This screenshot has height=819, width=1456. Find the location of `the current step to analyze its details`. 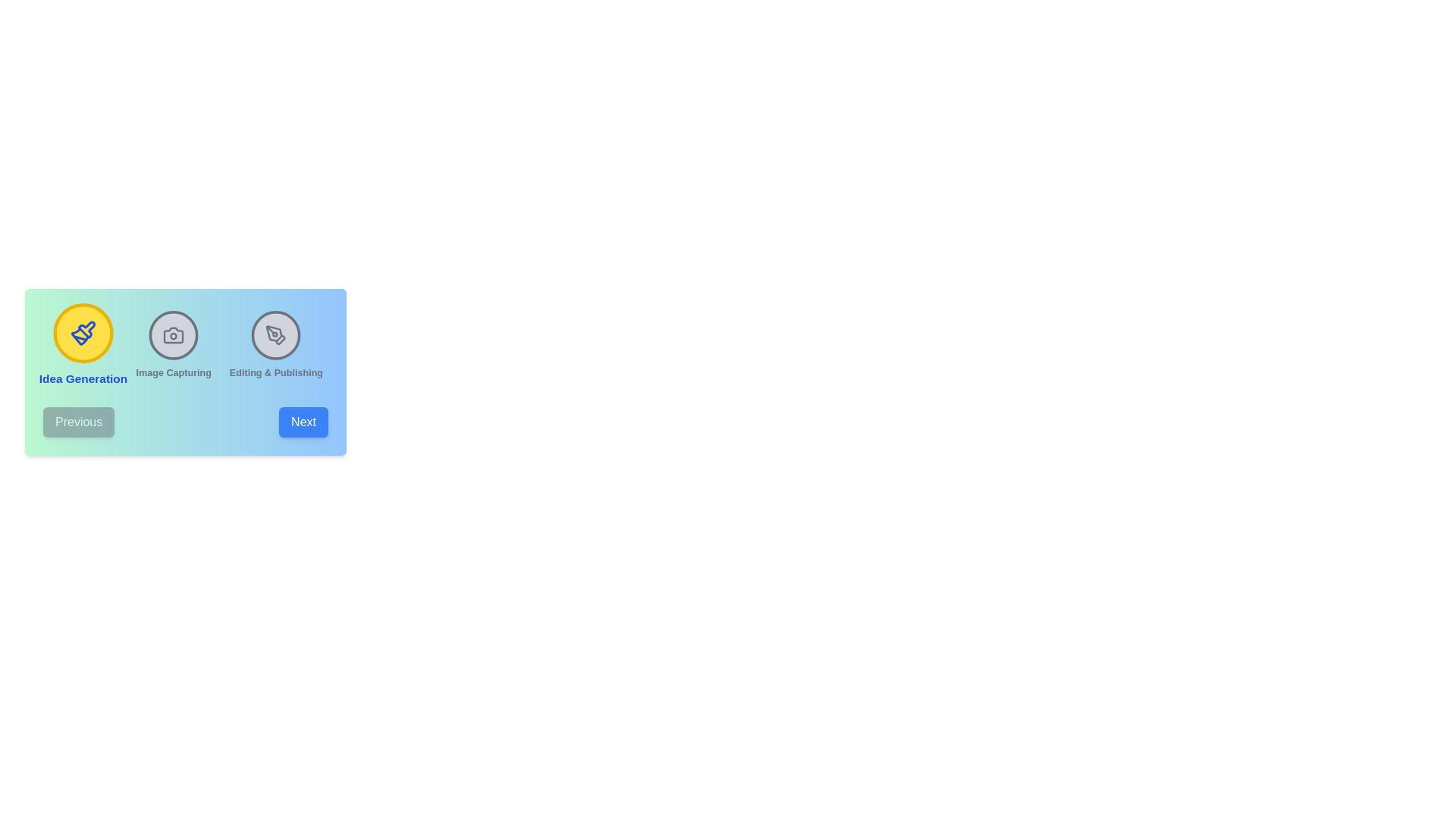

the current step to analyze its details is located at coordinates (82, 345).